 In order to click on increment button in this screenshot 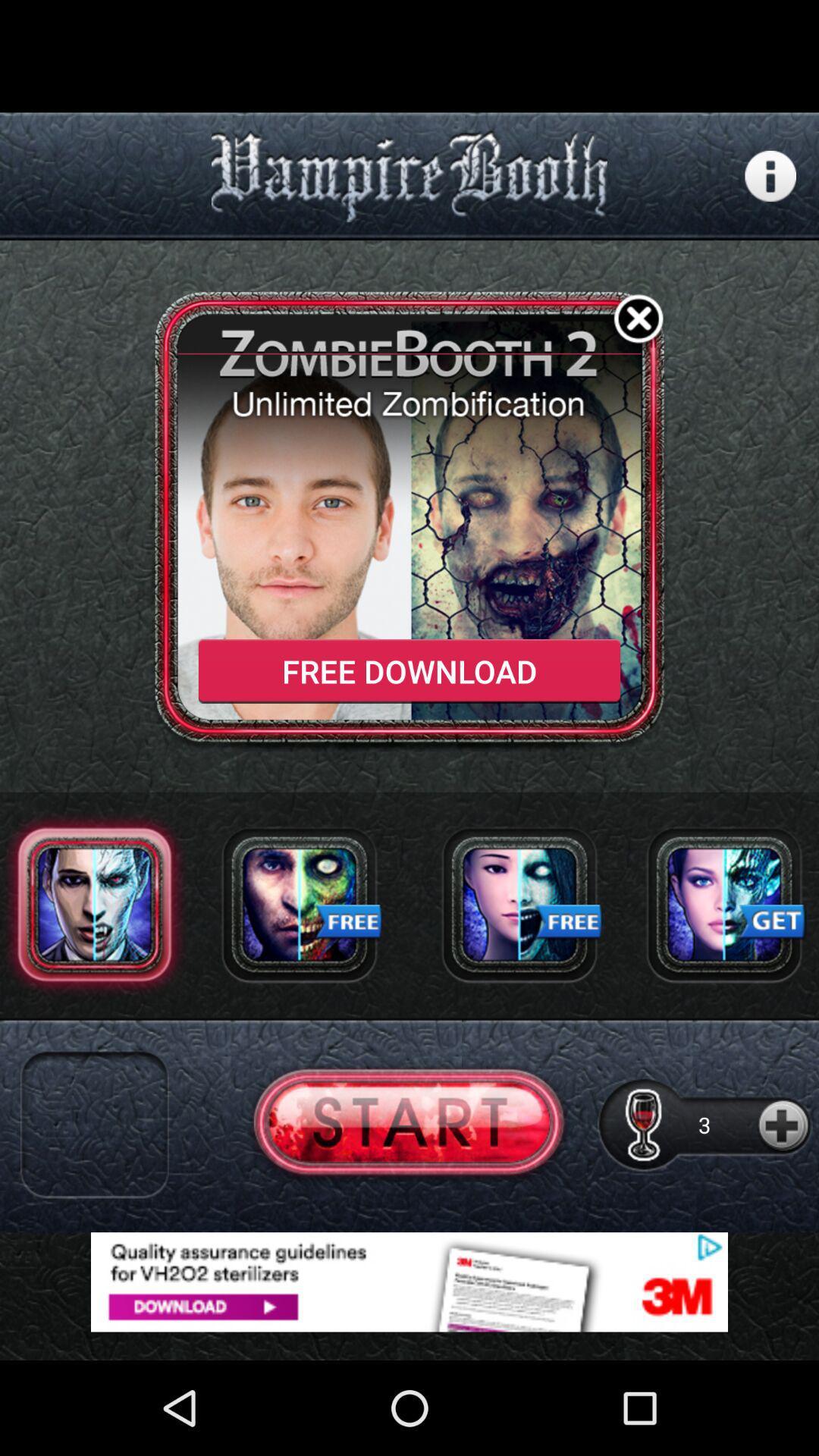, I will do `click(784, 1125)`.